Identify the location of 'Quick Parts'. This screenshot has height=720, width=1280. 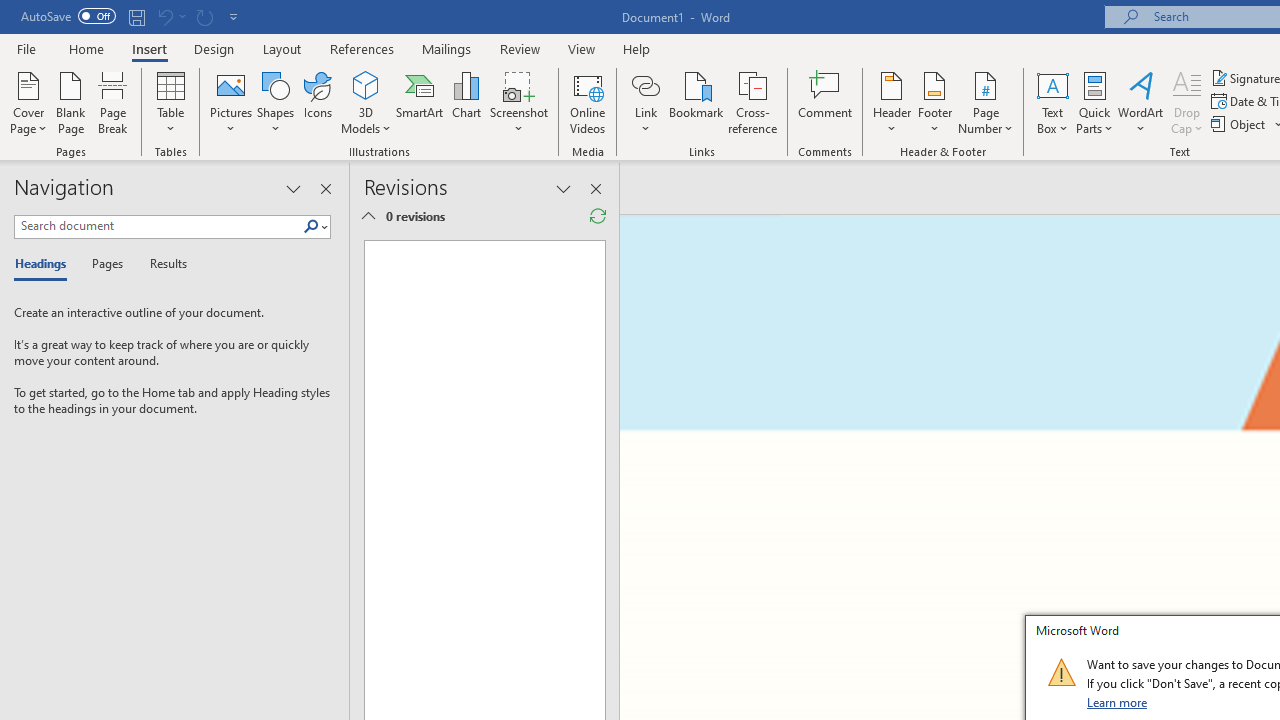
(1094, 103).